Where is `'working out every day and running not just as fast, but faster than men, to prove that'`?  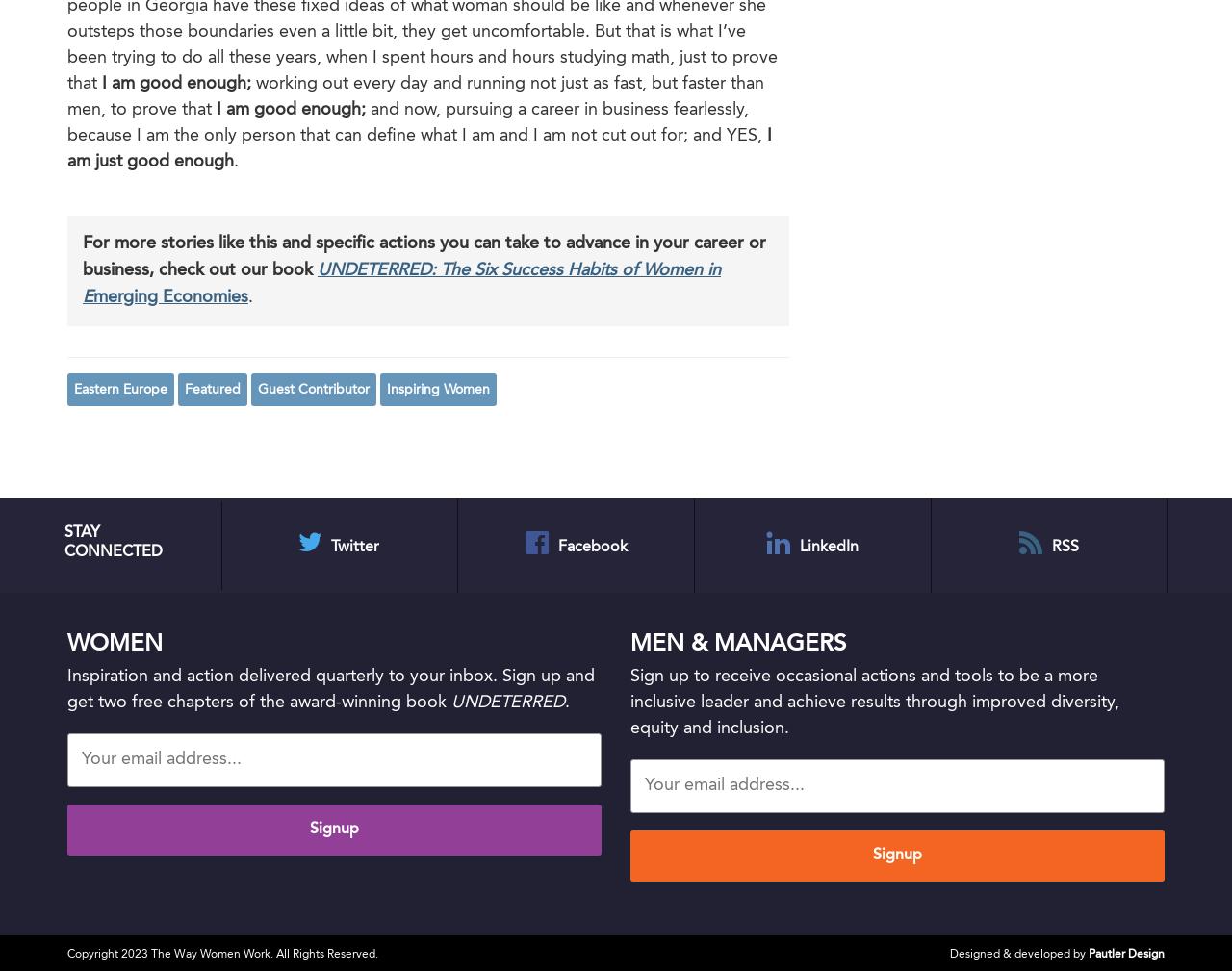
'working out every day and running not just as fast, but faster than men, to prove that' is located at coordinates (415, 94).